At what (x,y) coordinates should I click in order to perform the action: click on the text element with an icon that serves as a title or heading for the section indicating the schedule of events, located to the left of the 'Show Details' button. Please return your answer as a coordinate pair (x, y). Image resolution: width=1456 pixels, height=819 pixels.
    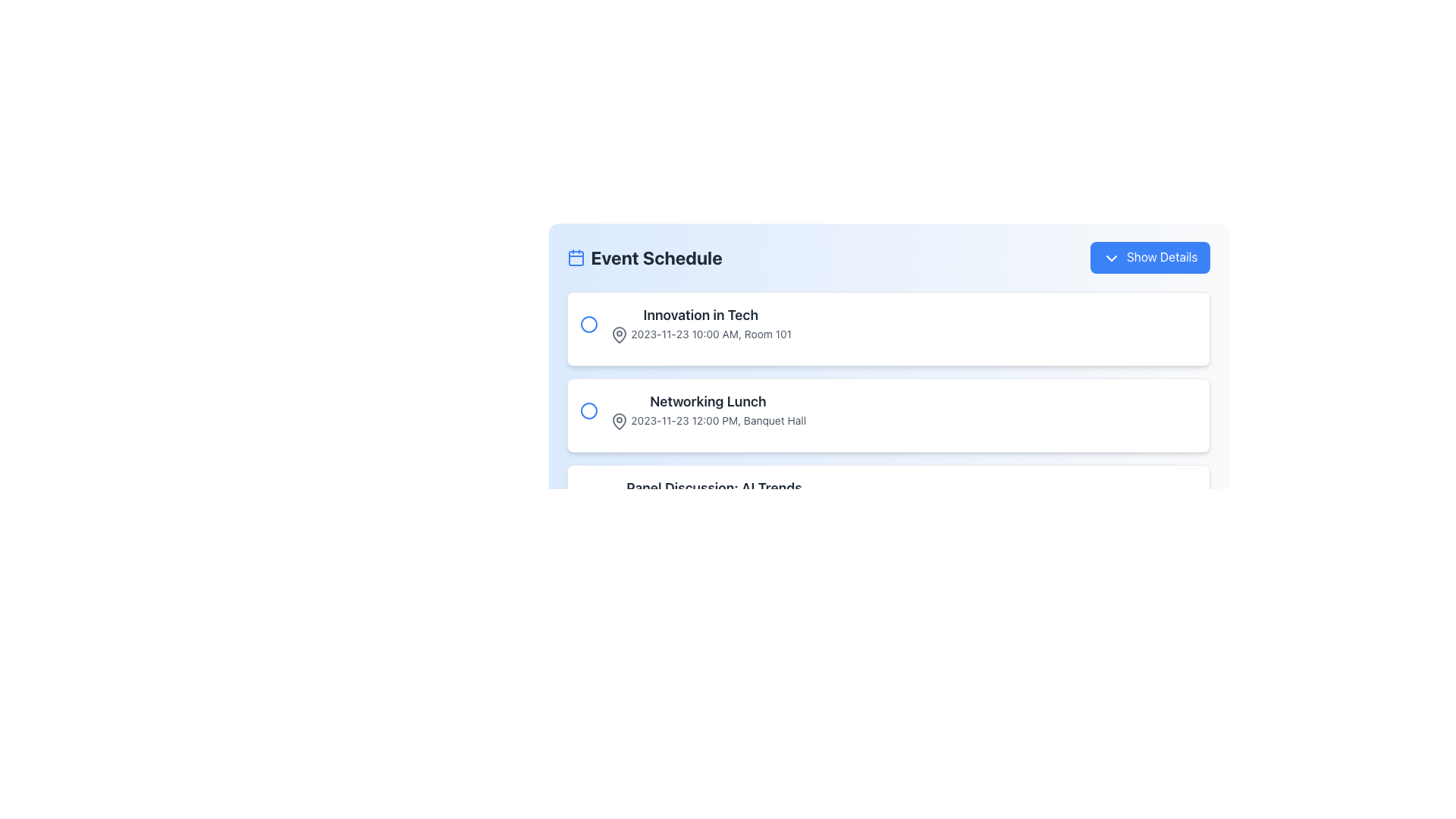
    Looking at the image, I should click on (645, 256).